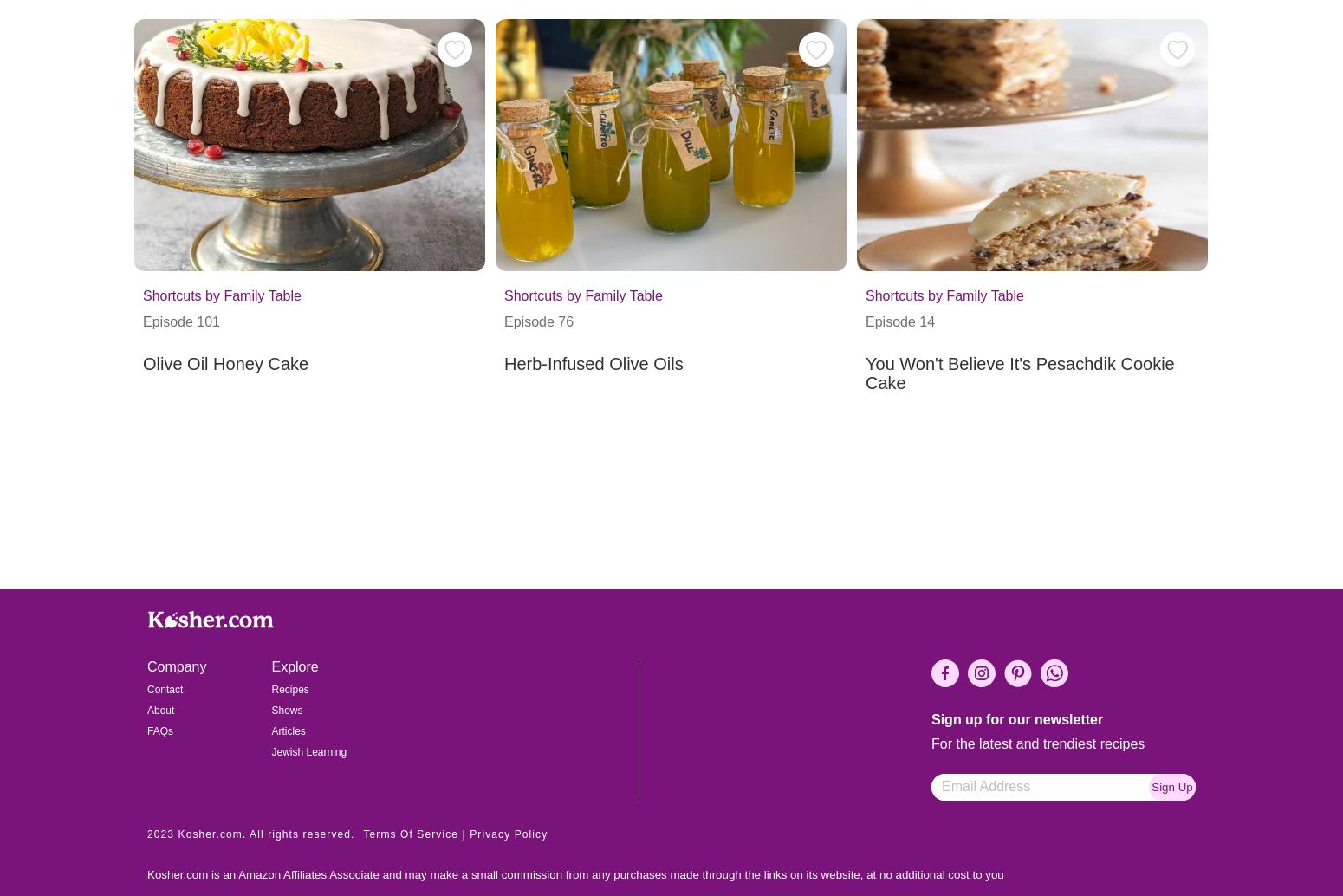 This screenshot has width=1343, height=896. What do you see at coordinates (308, 751) in the screenshot?
I see `'Jewish Learning'` at bounding box center [308, 751].